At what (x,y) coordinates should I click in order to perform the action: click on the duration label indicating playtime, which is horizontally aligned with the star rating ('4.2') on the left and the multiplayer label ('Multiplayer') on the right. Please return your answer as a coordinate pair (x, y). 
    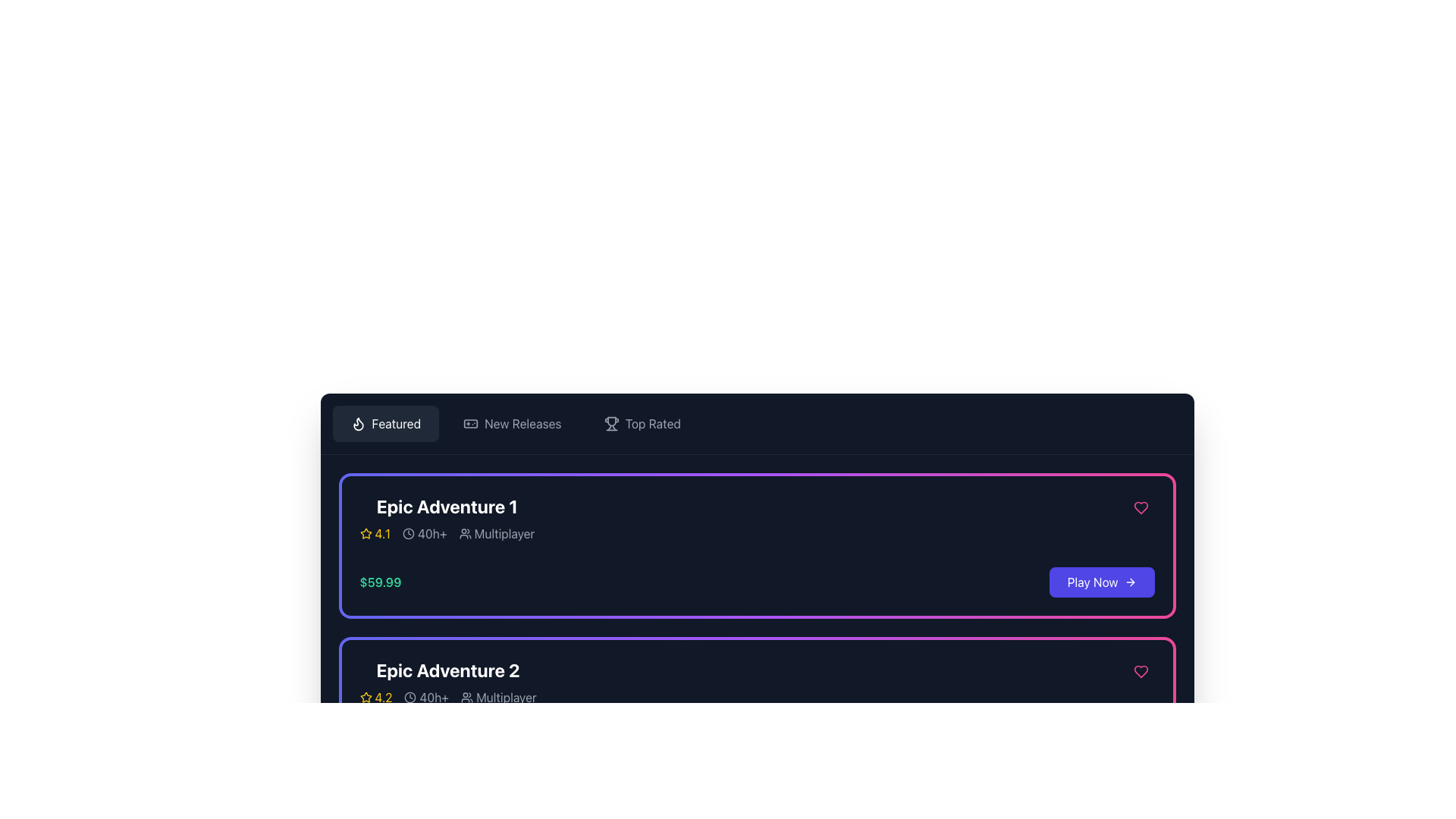
    Looking at the image, I should click on (425, 698).